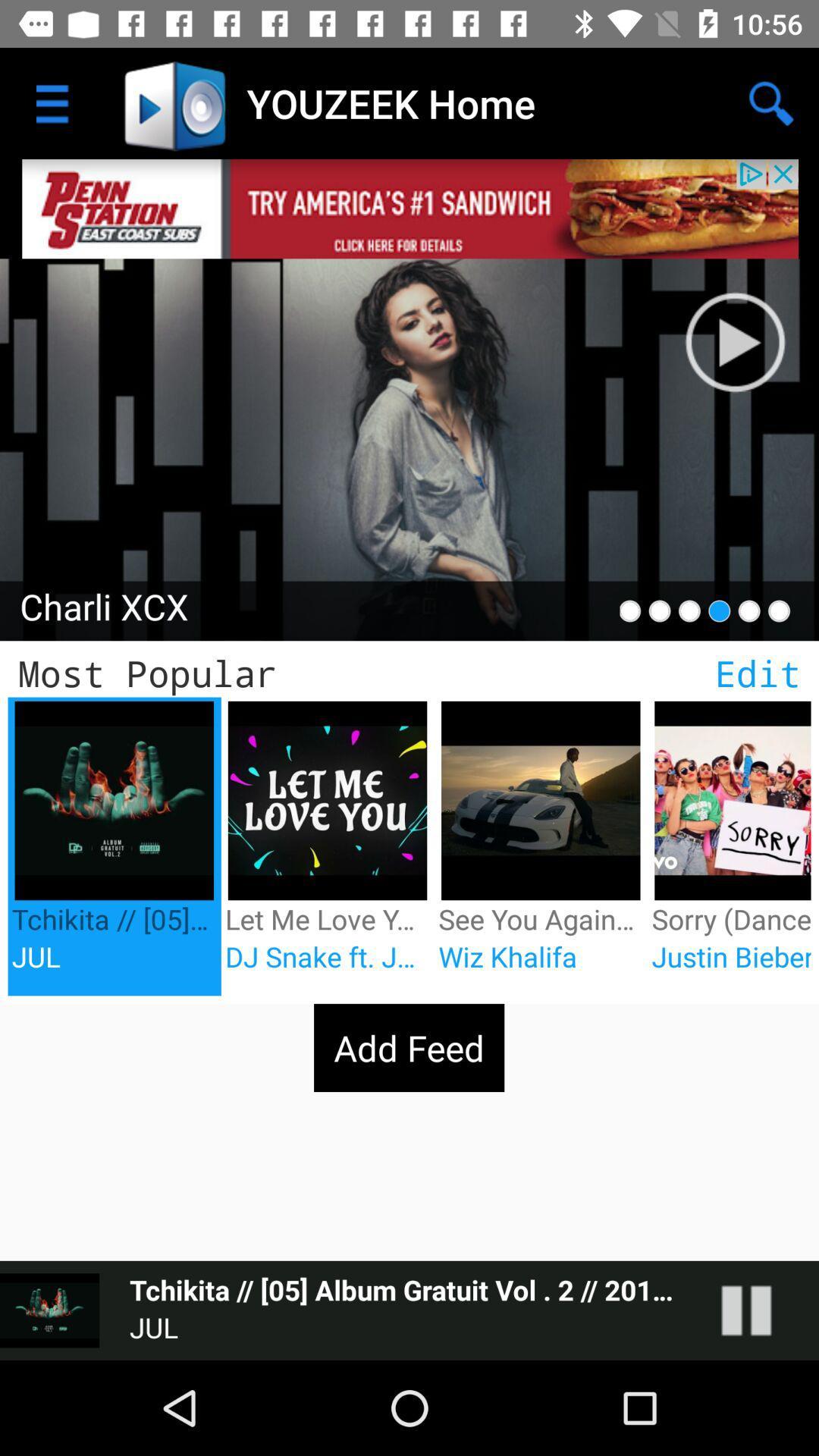 This screenshot has width=819, height=1456. What do you see at coordinates (761, 1310) in the screenshot?
I see `the pause icon` at bounding box center [761, 1310].